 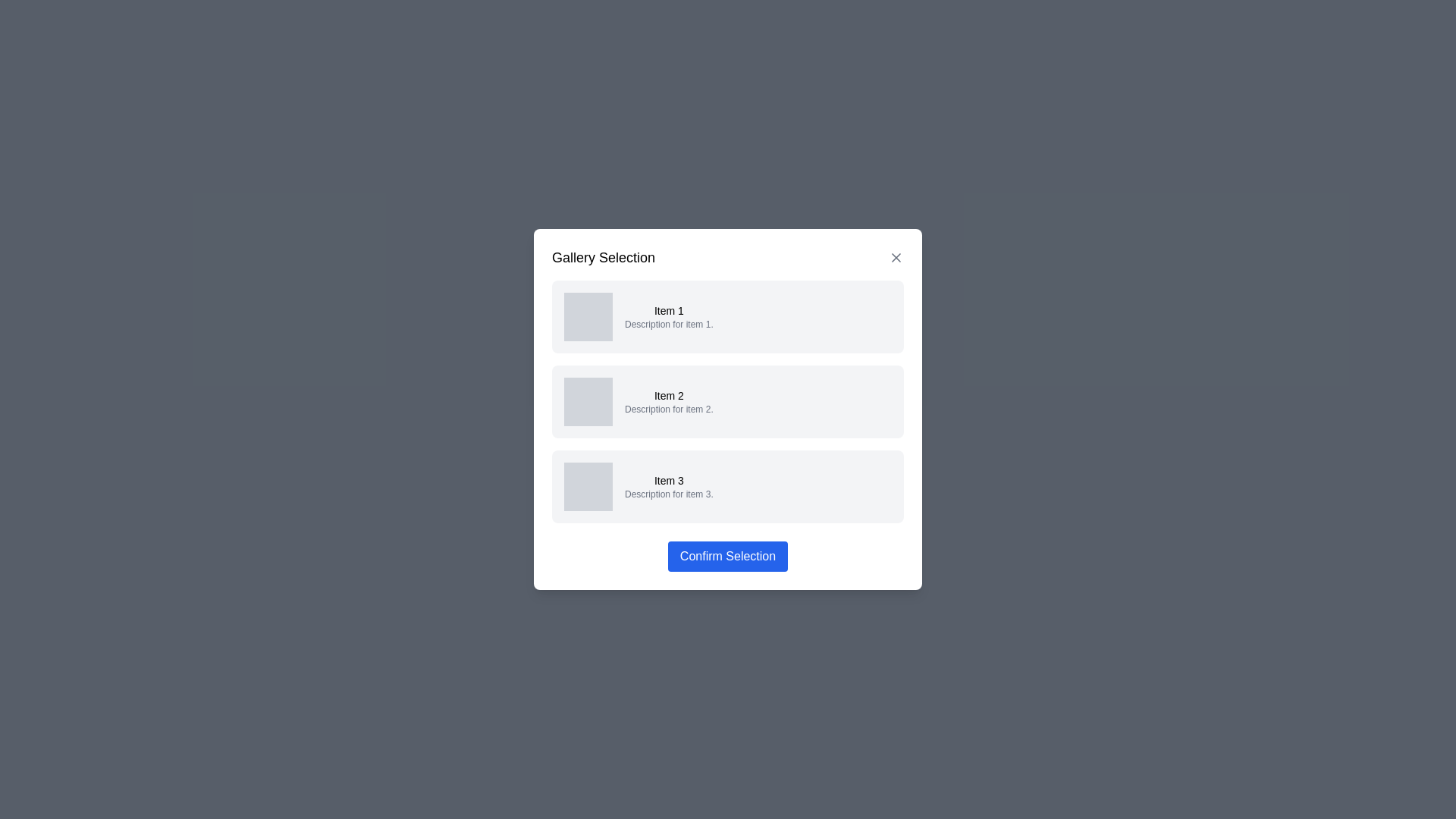 What do you see at coordinates (728, 315) in the screenshot?
I see `the first item in the selection list identified as 'Item 1' within the 'Gallery Selection' modal dialog` at bounding box center [728, 315].